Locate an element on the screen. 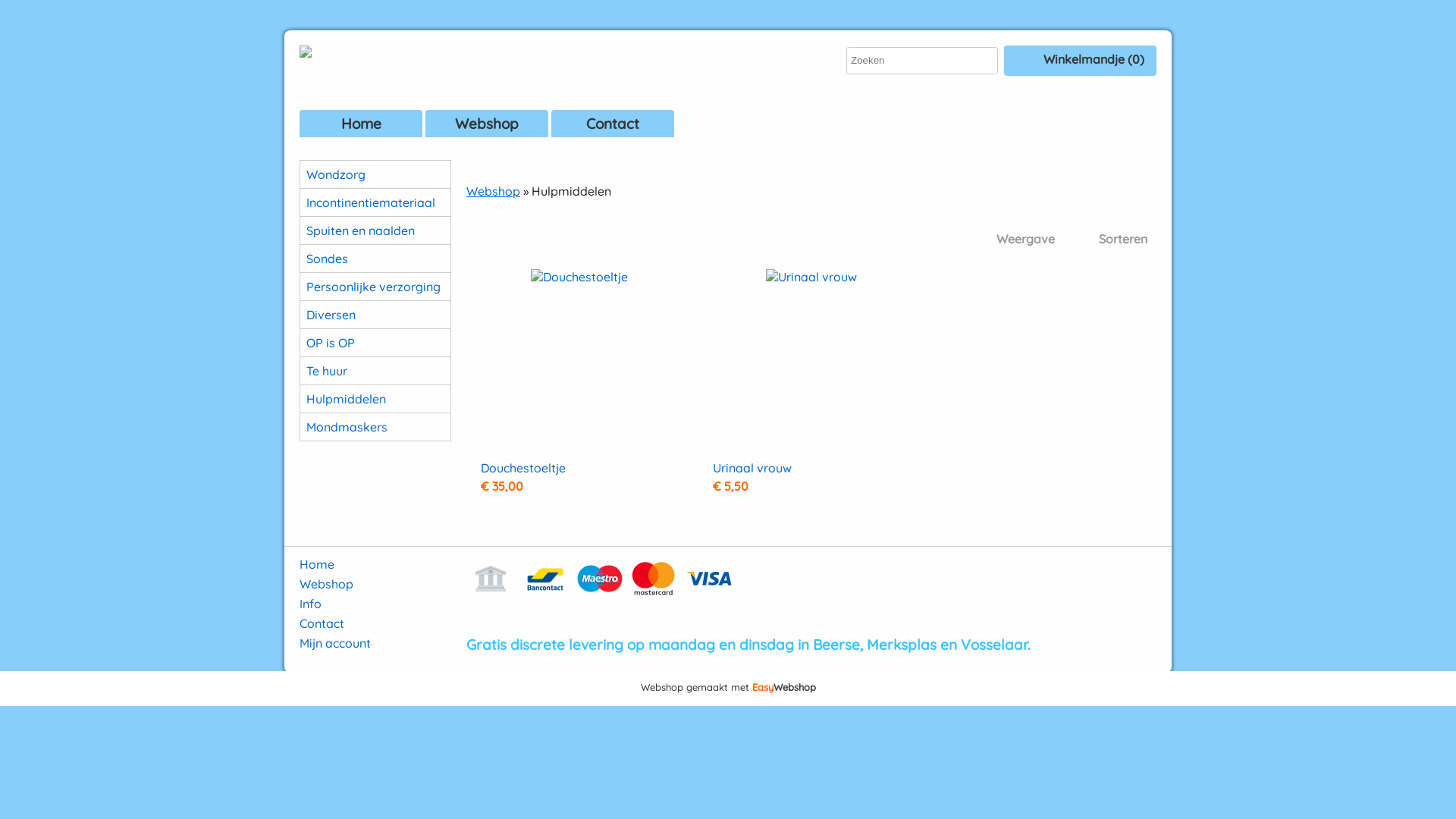  'Weergave' is located at coordinates (1012, 239).